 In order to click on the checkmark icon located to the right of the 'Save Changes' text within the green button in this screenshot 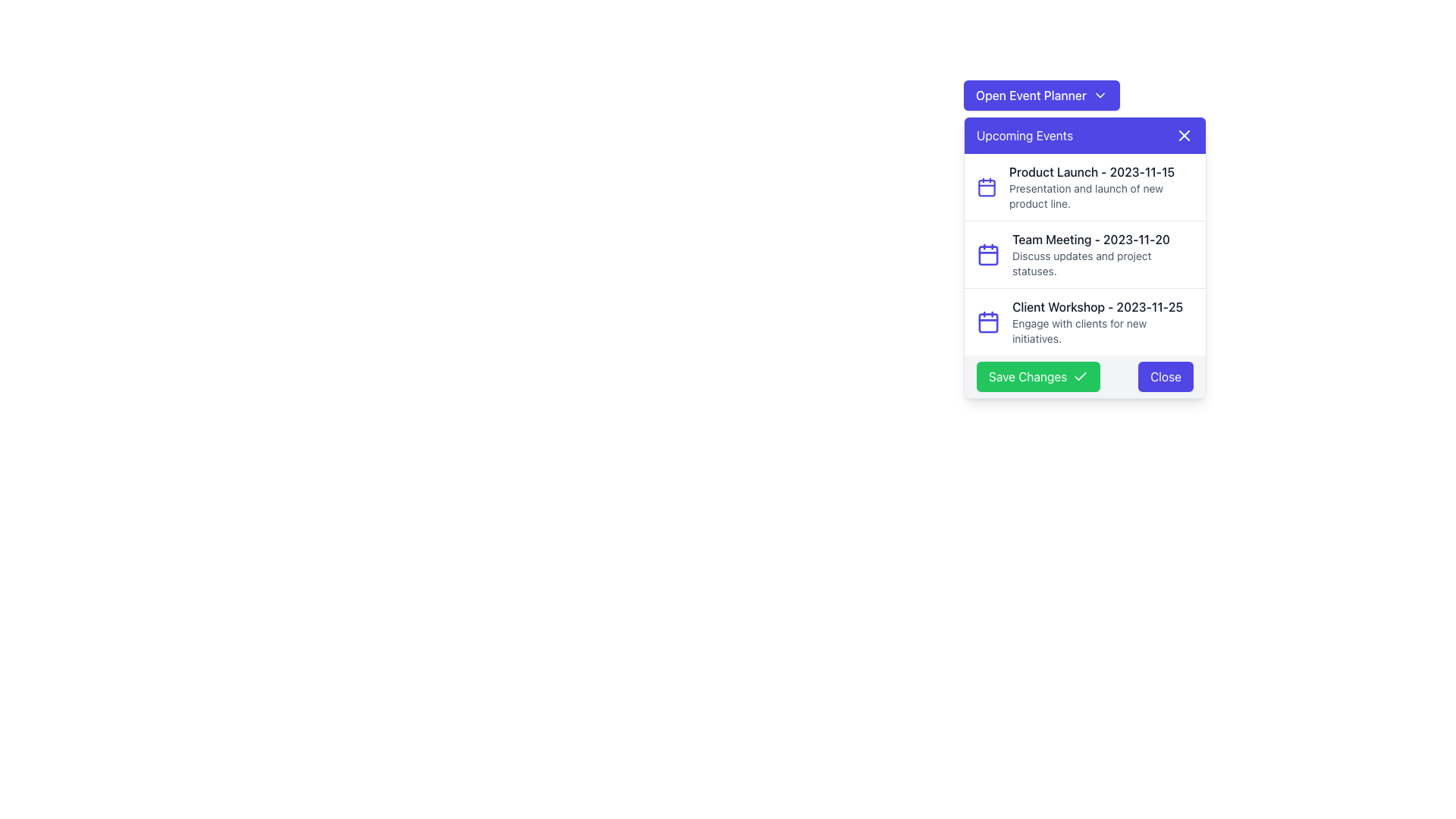, I will do `click(1080, 376)`.